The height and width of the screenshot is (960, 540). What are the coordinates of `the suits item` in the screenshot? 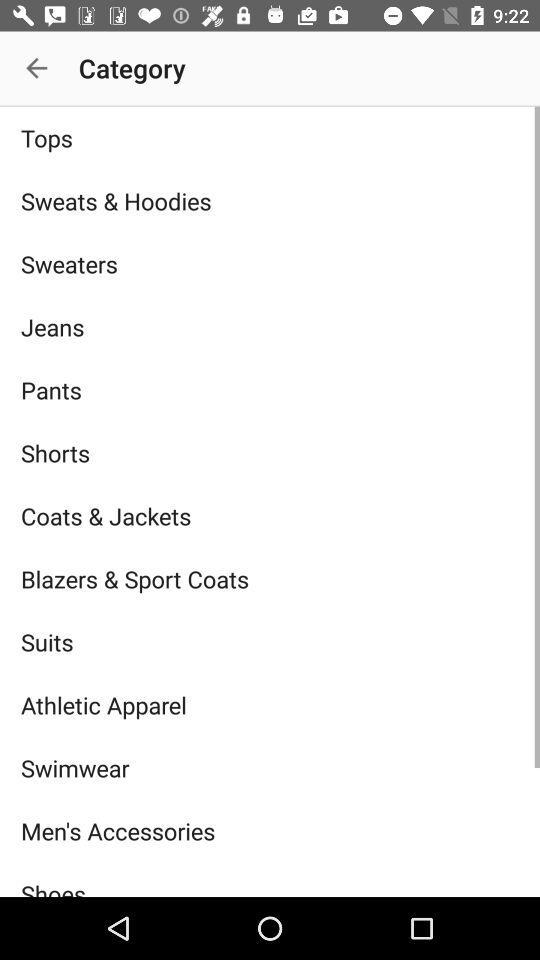 It's located at (270, 641).